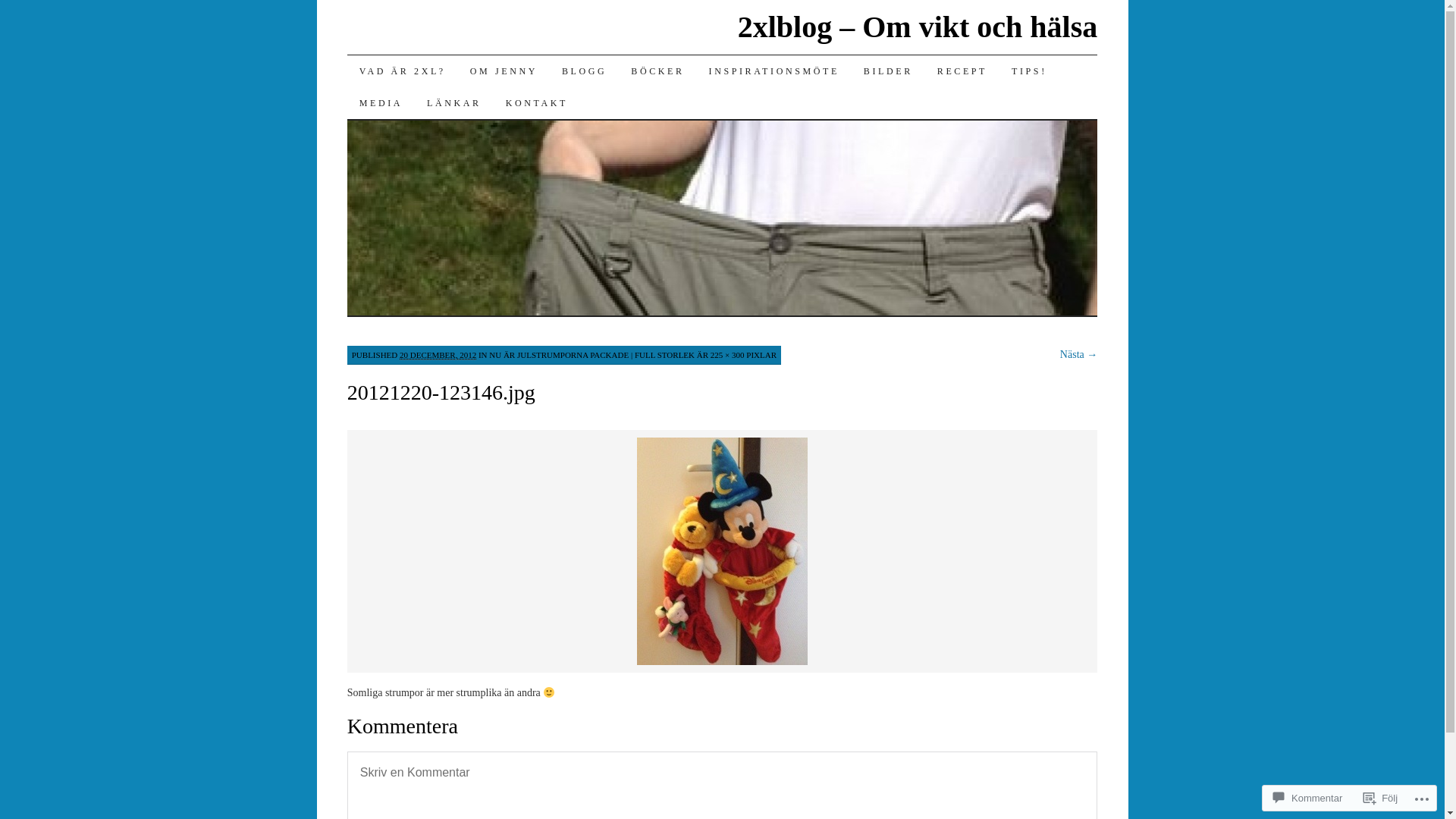 Image resolution: width=1456 pixels, height=819 pixels. I want to click on 'Kommentar', so click(1307, 797).